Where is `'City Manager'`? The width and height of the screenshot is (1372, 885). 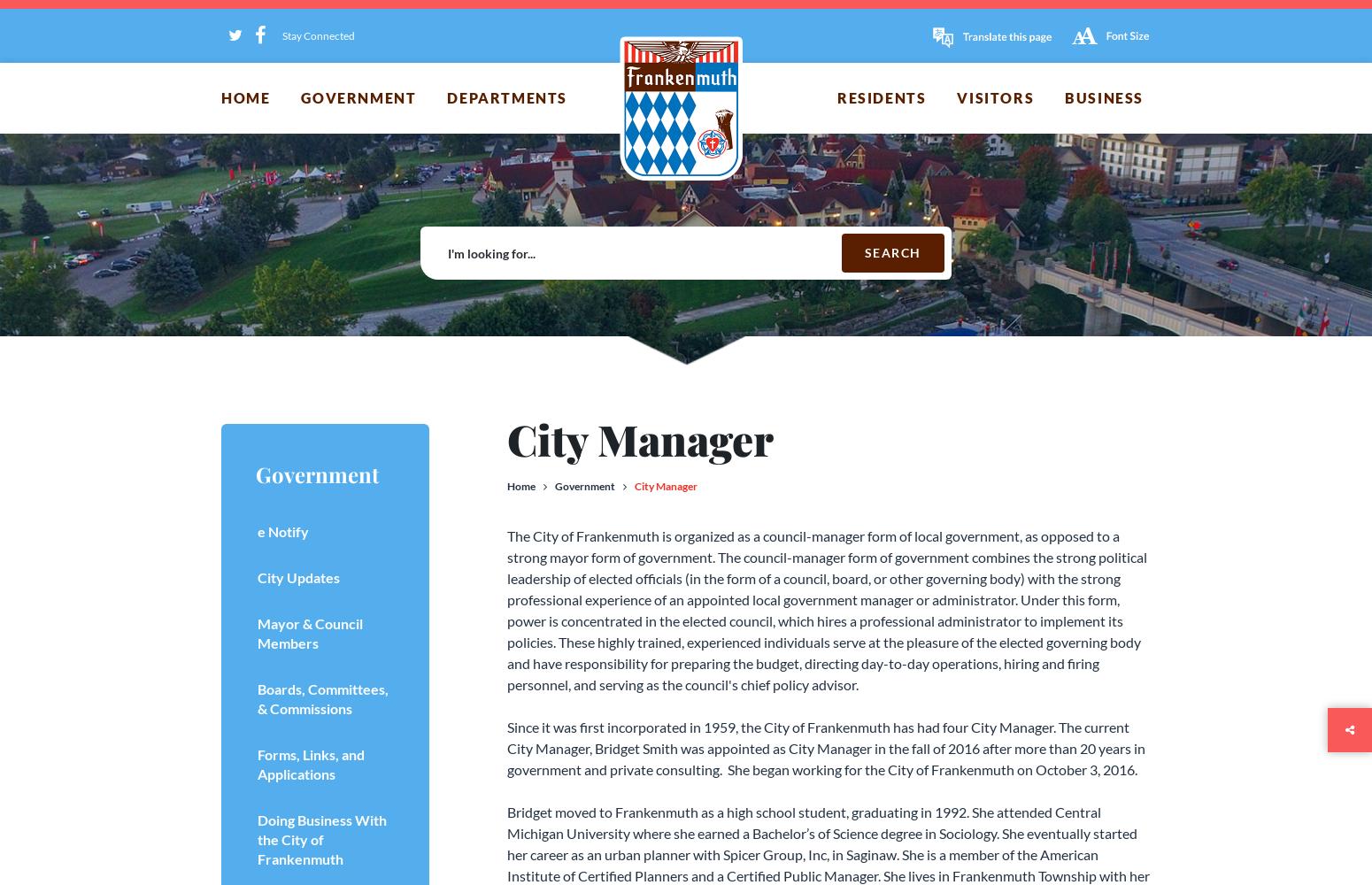 'City Manager' is located at coordinates (633, 486).